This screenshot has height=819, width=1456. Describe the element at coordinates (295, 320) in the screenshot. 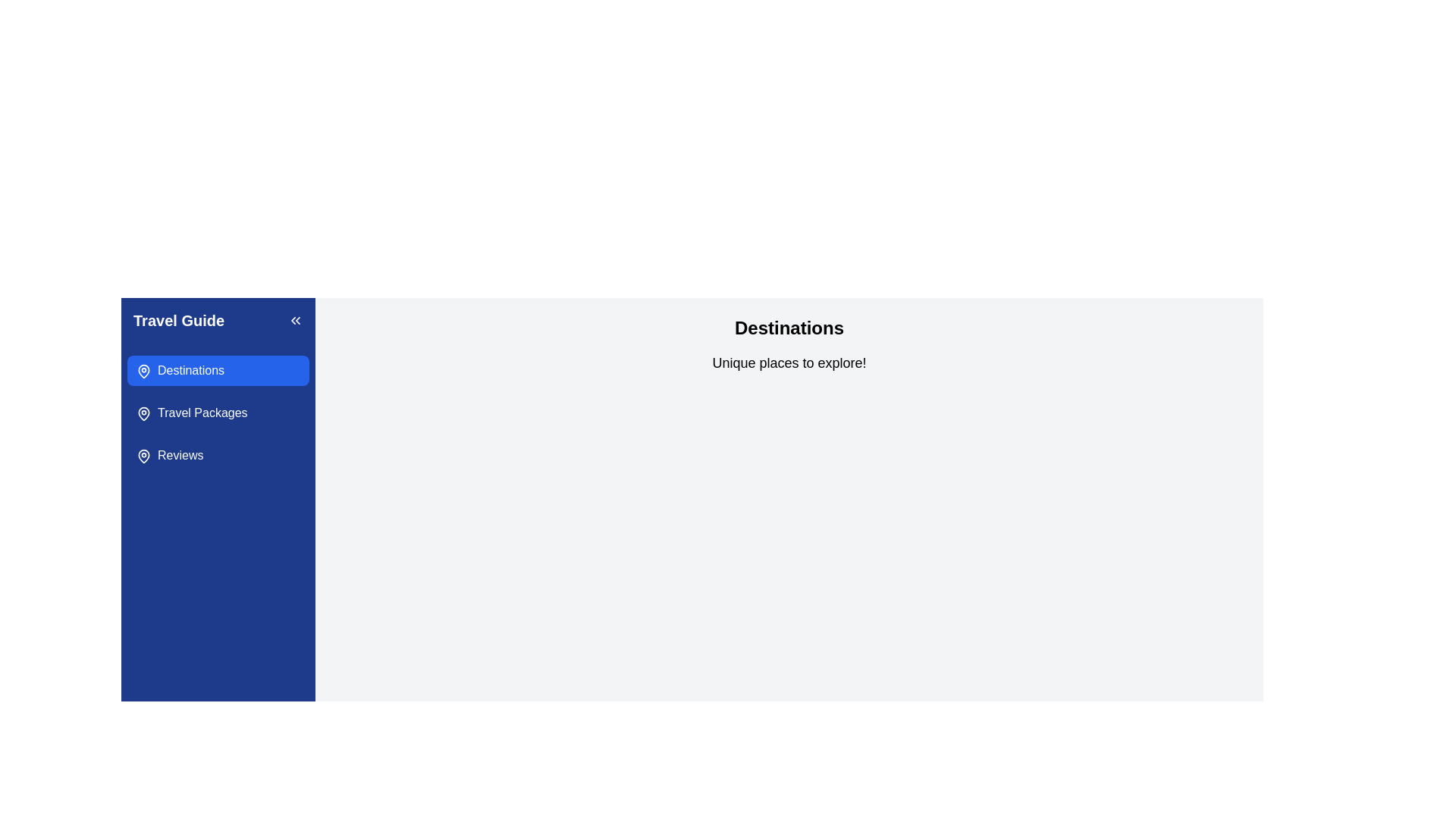

I see `the button located to the right of the 'Travel Guide' label in the section header by navigating with the keyboard` at that location.